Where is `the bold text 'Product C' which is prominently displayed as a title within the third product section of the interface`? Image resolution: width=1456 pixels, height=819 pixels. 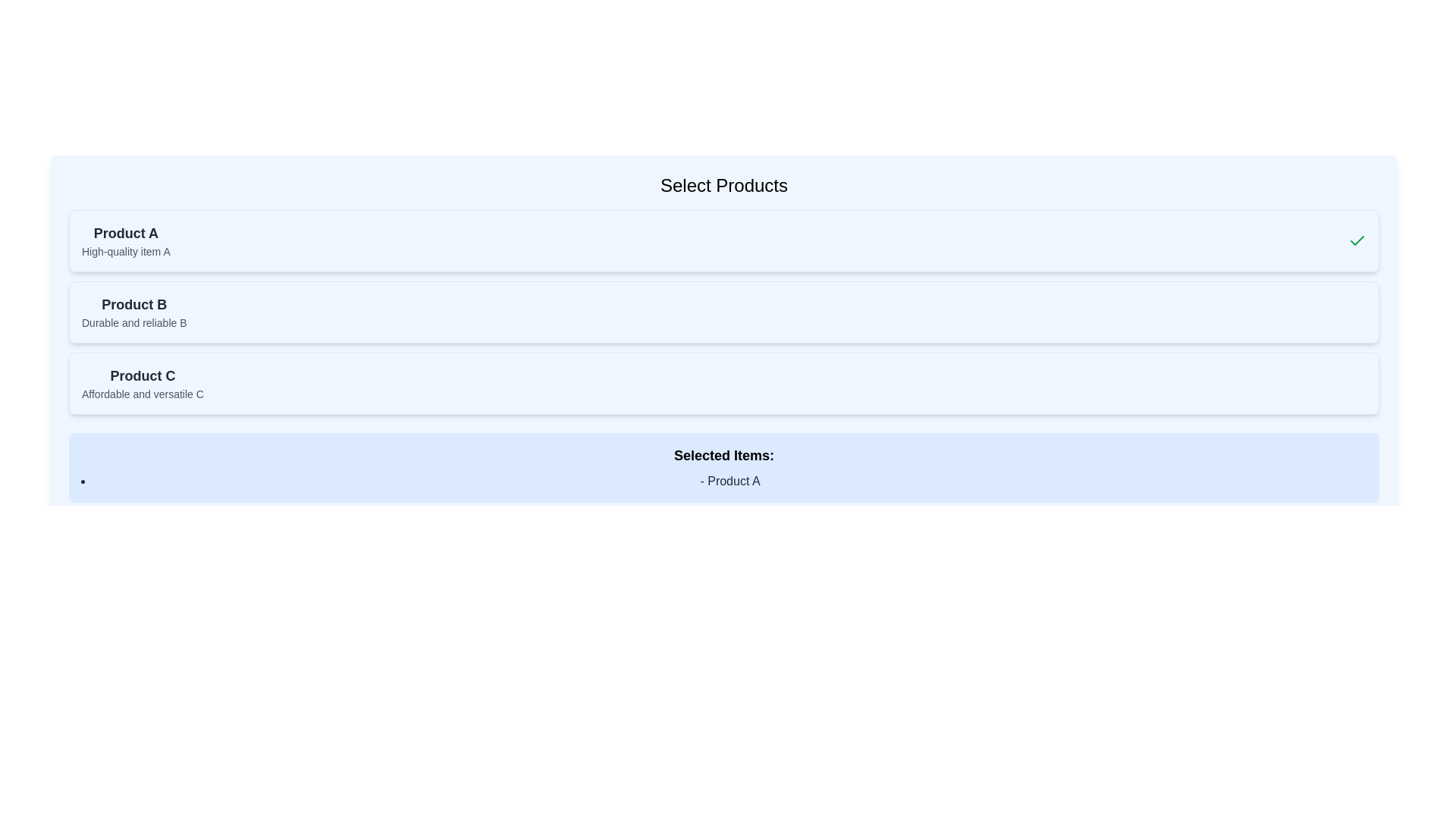 the bold text 'Product C' which is prominently displayed as a title within the third product section of the interface is located at coordinates (143, 375).